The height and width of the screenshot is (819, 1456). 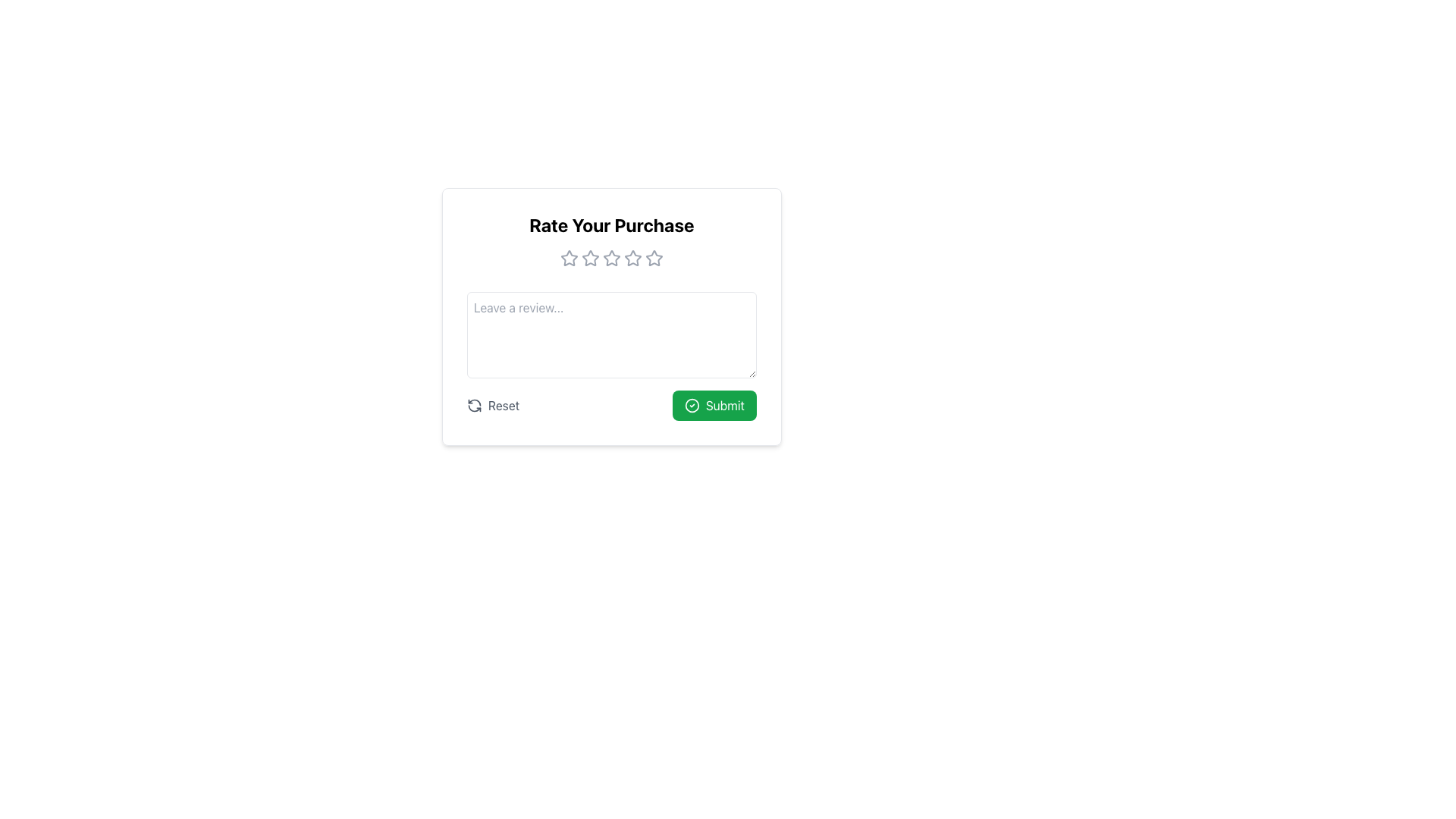 I want to click on the first hollow star icon in the rating system above the 'Leave a review...' text box to rate it, so click(x=568, y=257).